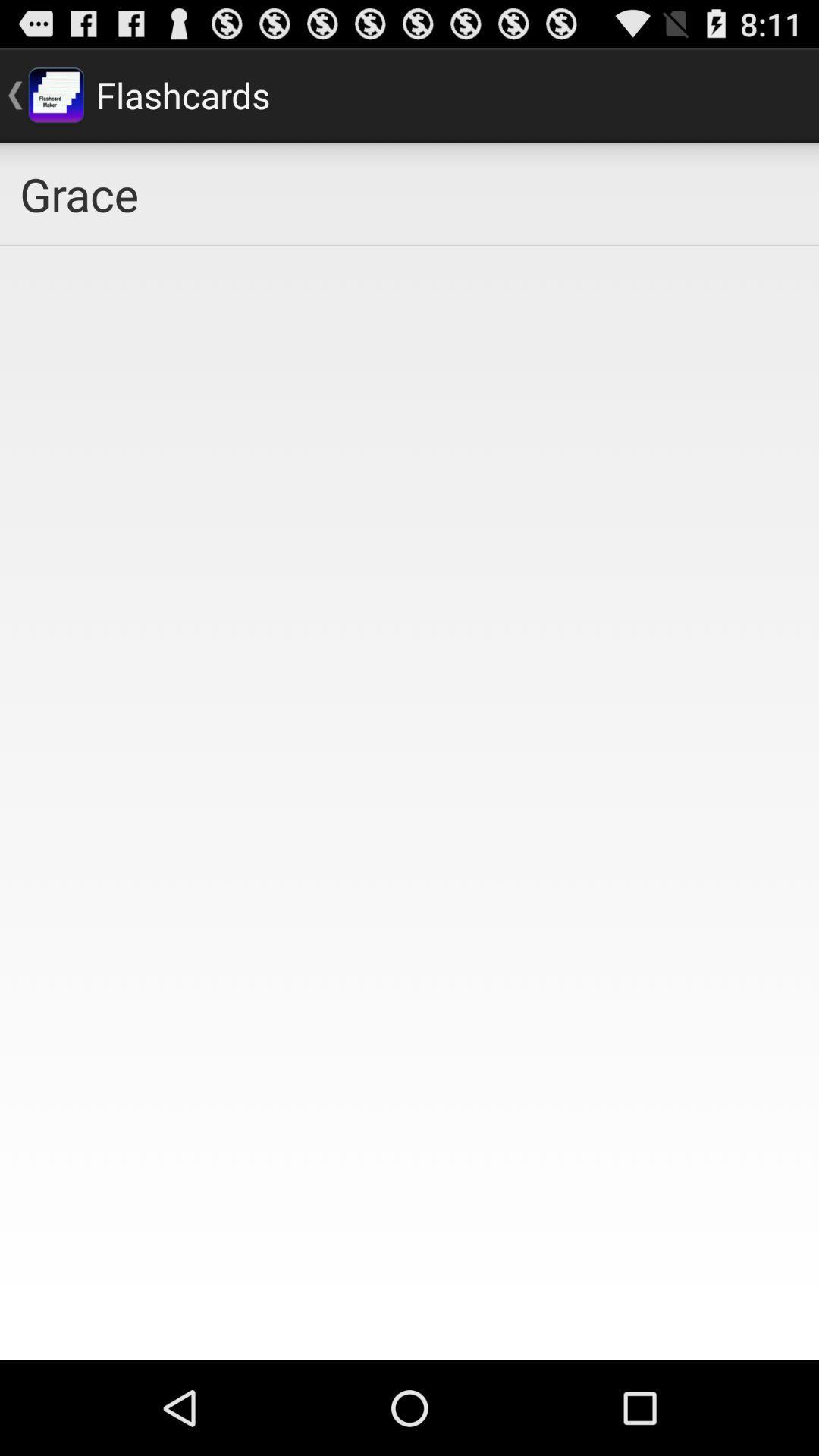  Describe the element at coordinates (409, 193) in the screenshot. I see `grace app` at that location.